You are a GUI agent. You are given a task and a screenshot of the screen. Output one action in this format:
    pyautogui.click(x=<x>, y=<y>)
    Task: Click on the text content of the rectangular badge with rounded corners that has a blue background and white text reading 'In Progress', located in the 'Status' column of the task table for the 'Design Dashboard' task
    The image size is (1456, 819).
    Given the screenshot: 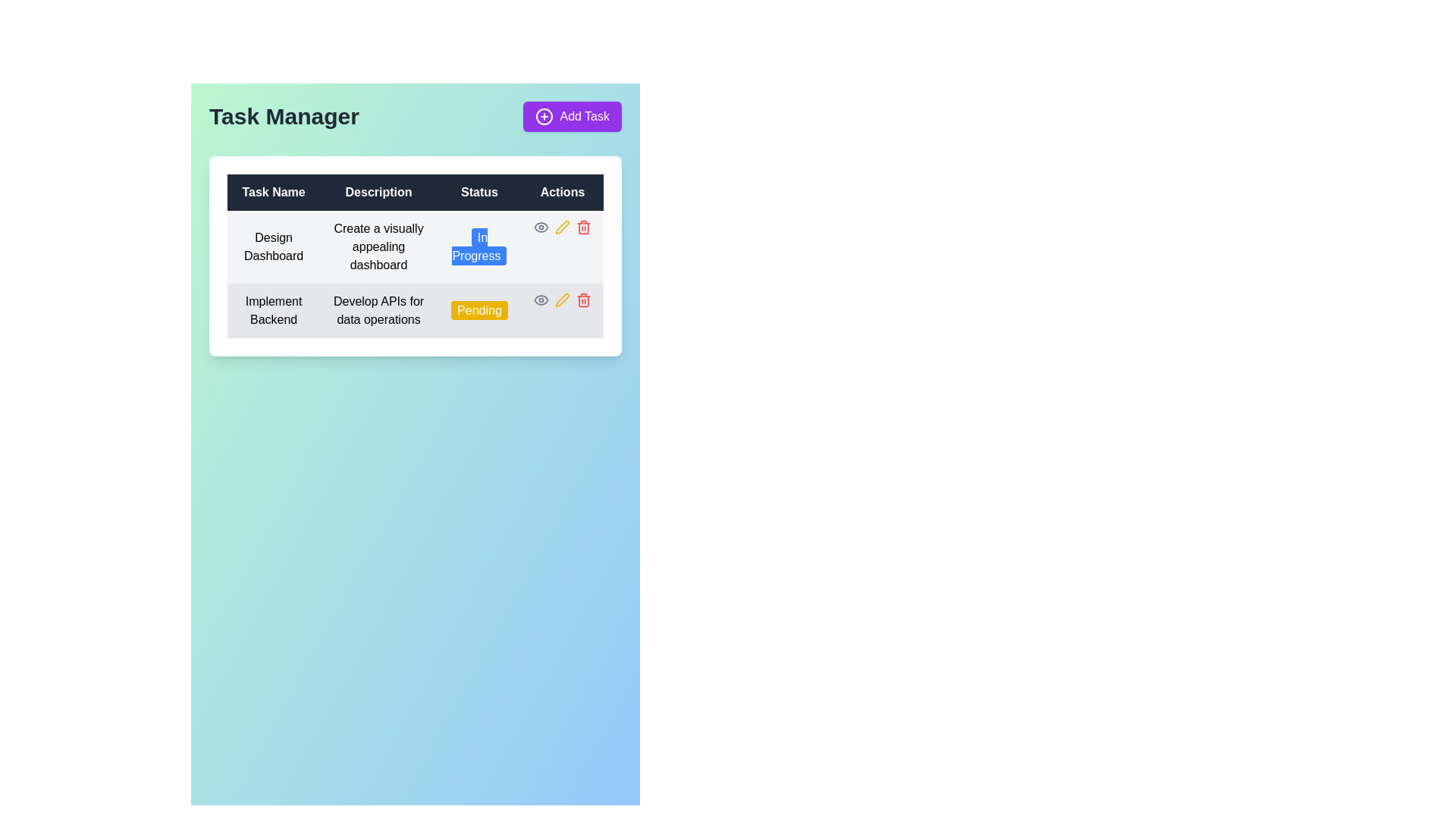 What is the action you would take?
    pyautogui.click(x=479, y=246)
    